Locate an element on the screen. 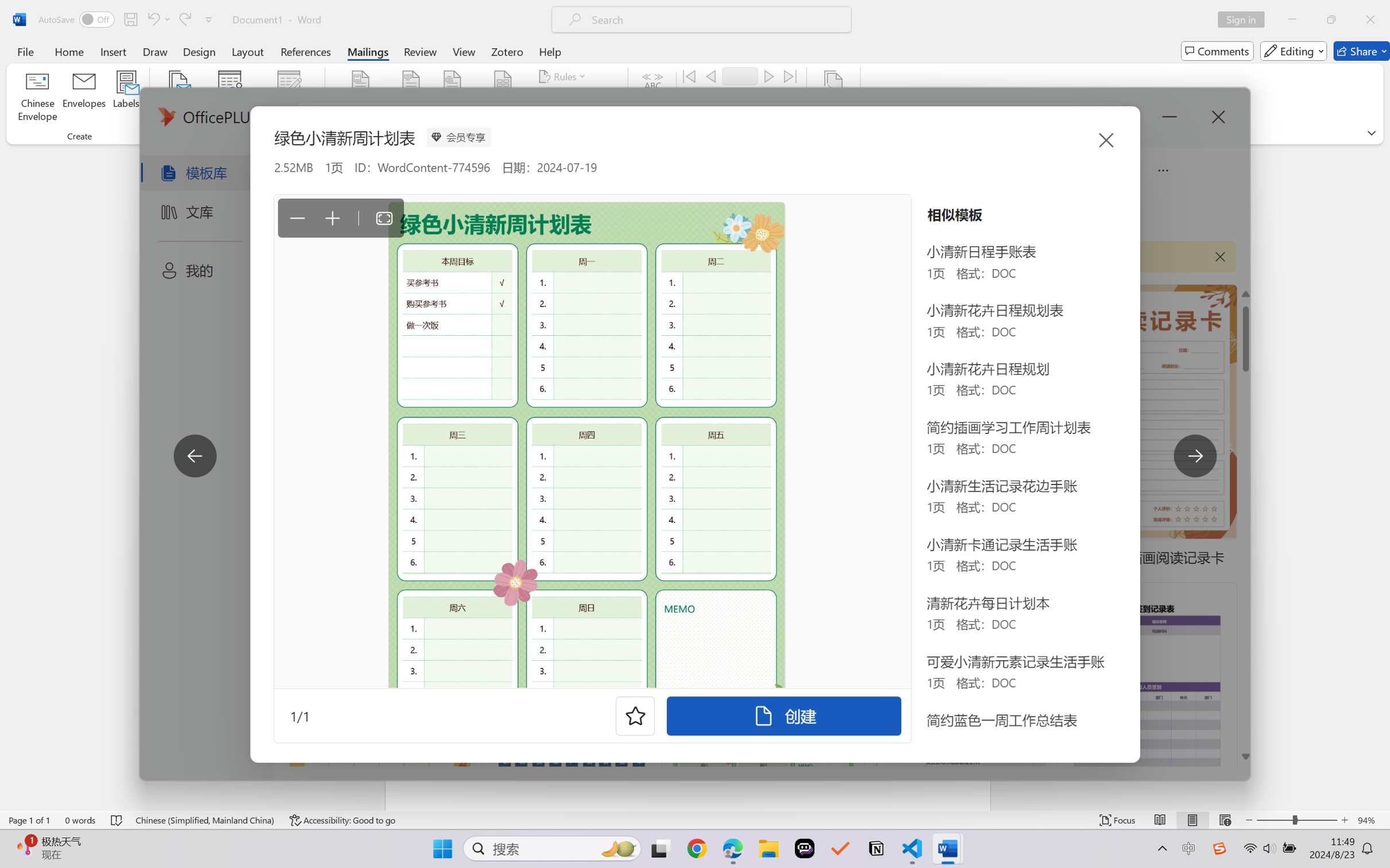 The height and width of the screenshot is (868, 1390). 'Sign in' is located at coordinates (1245, 19).